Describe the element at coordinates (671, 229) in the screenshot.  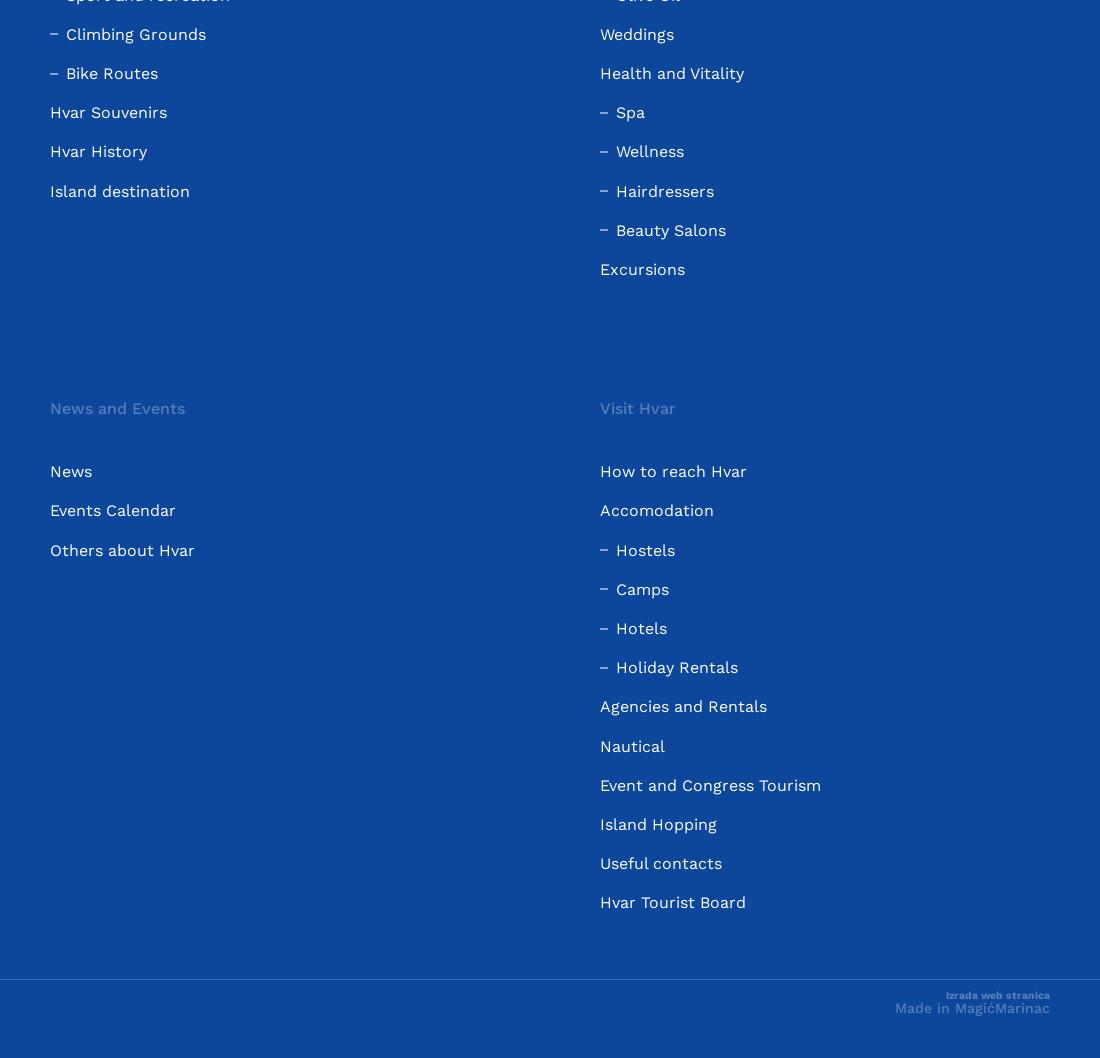
I see `'Beauty Salons'` at that location.